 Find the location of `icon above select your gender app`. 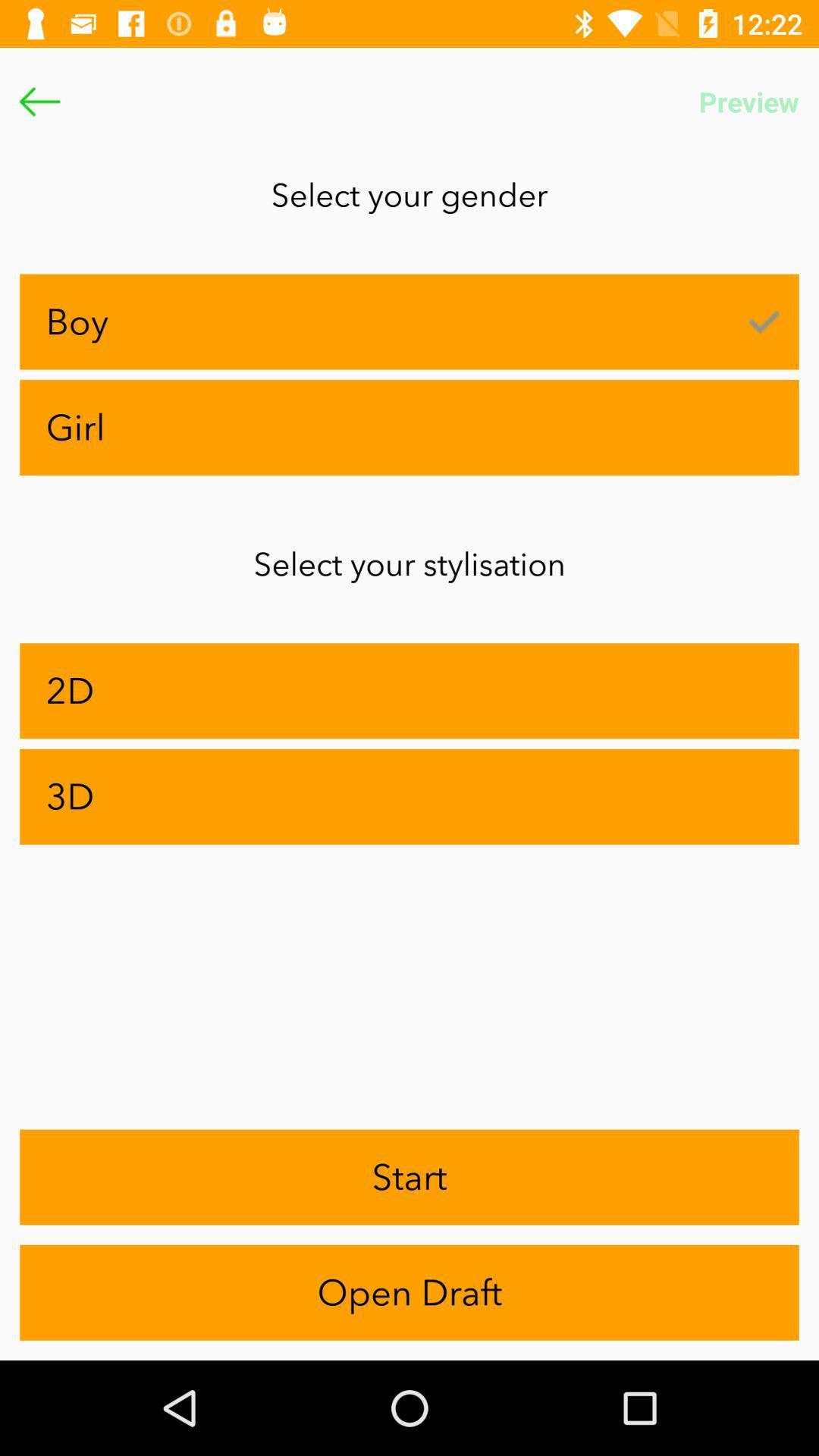

icon above select your gender app is located at coordinates (39, 101).